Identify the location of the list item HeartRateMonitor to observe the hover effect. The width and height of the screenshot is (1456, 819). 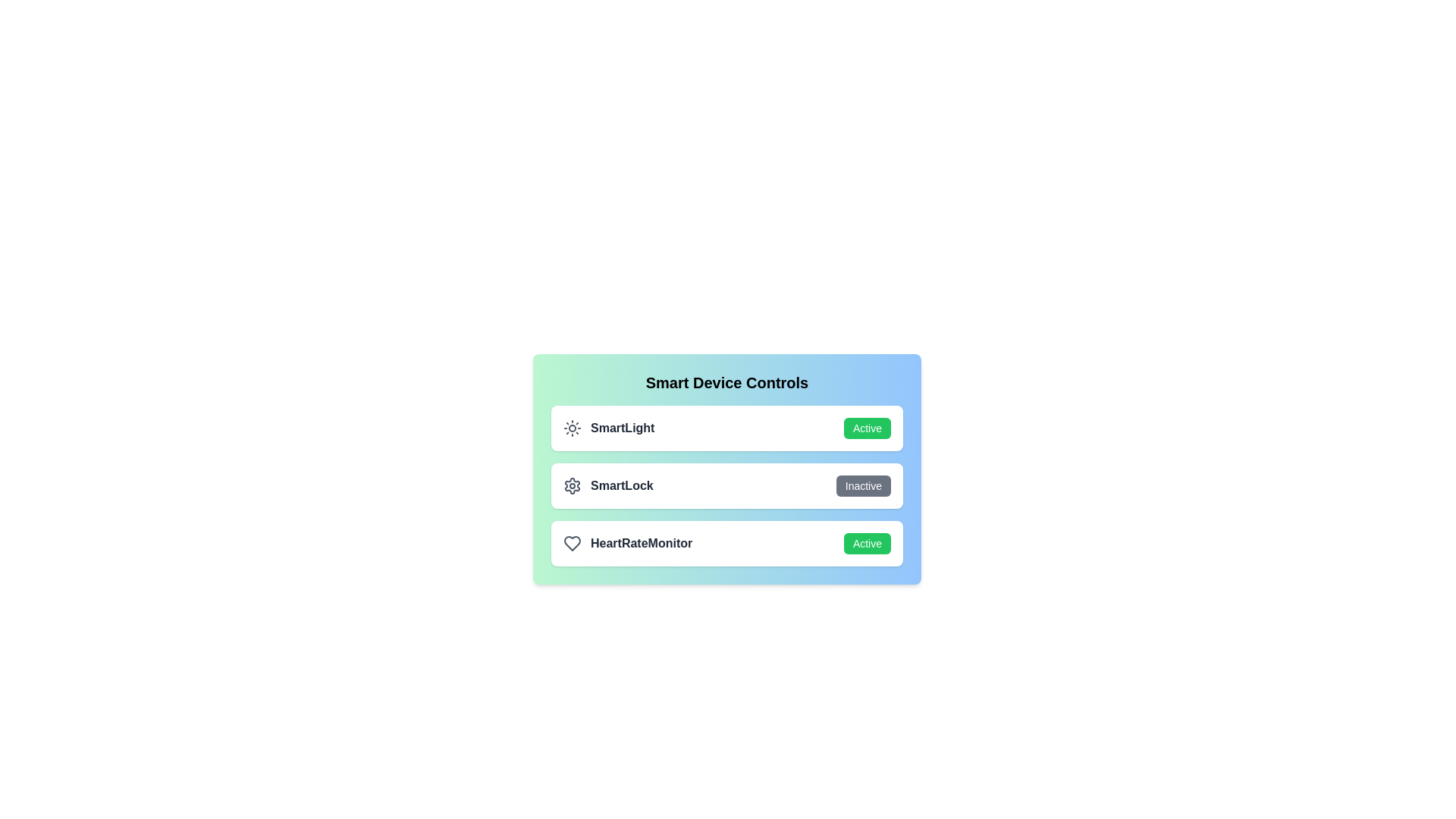
(726, 543).